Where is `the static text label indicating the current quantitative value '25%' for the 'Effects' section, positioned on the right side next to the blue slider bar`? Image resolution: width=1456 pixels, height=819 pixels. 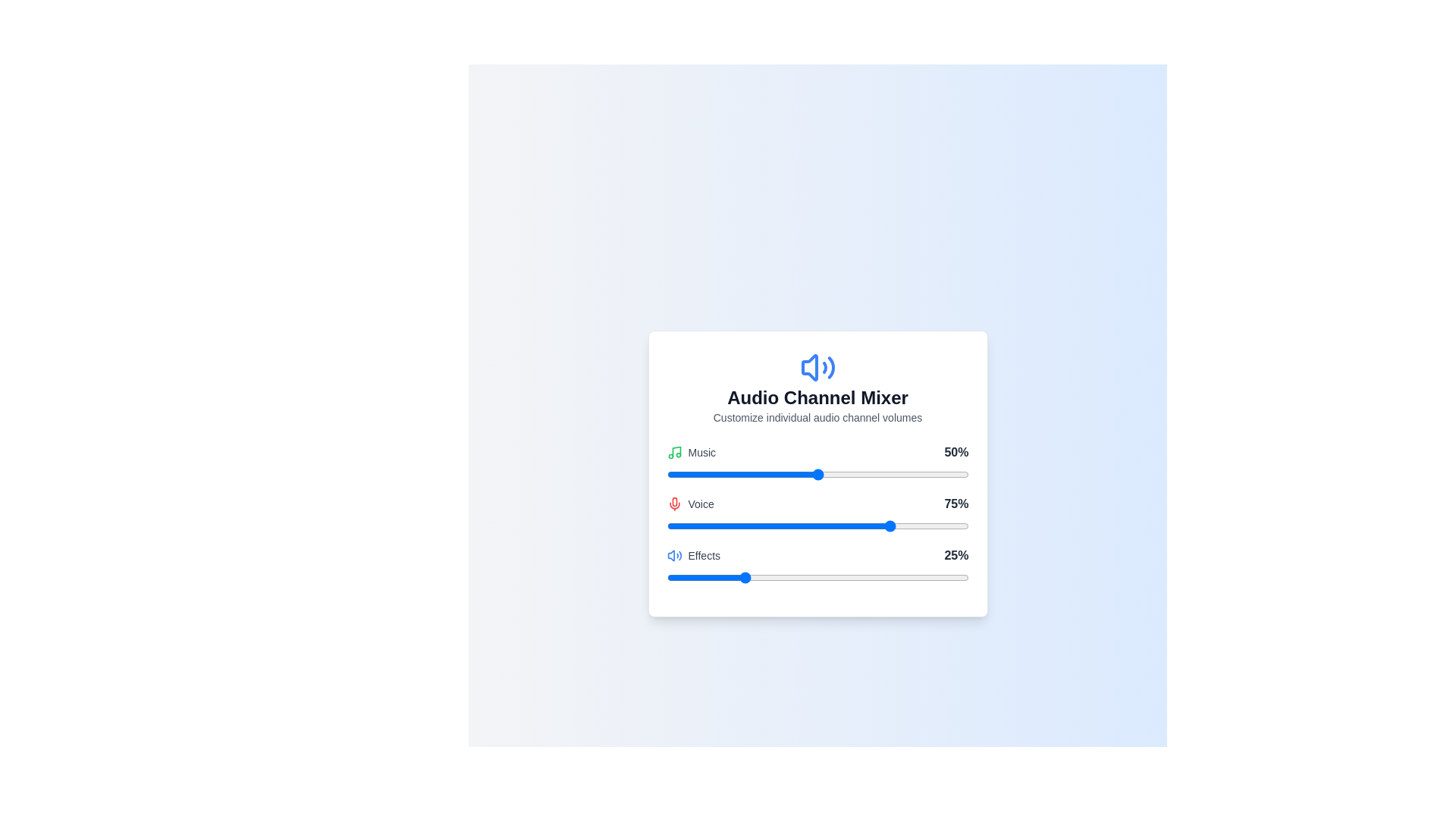 the static text label indicating the current quantitative value '25%' for the 'Effects' section, positioned on the right side next to the blue slider bar is located at coordinates (955, 555).